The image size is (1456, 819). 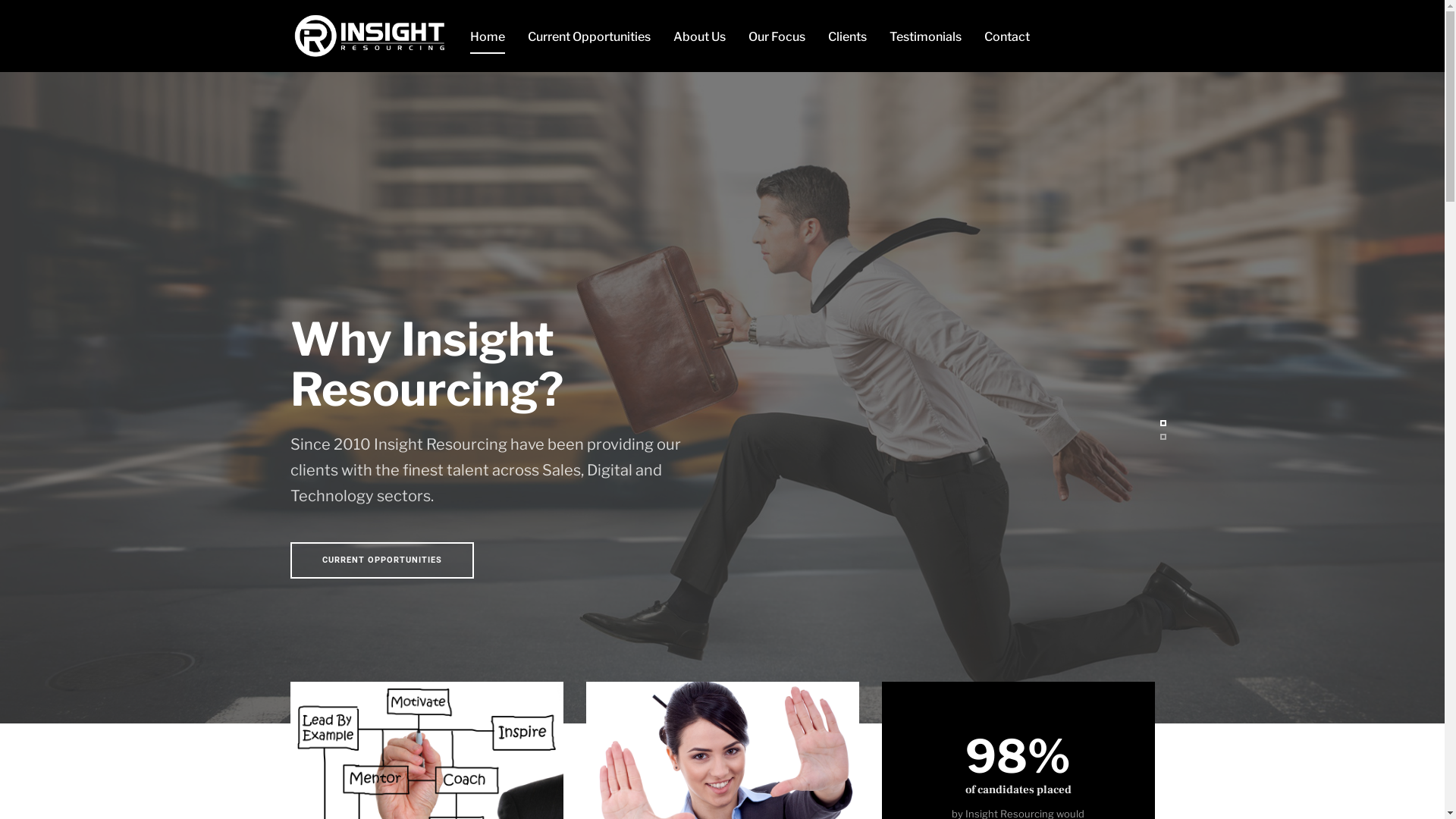 I want to click on 'Home', so click(x=488, y=35).